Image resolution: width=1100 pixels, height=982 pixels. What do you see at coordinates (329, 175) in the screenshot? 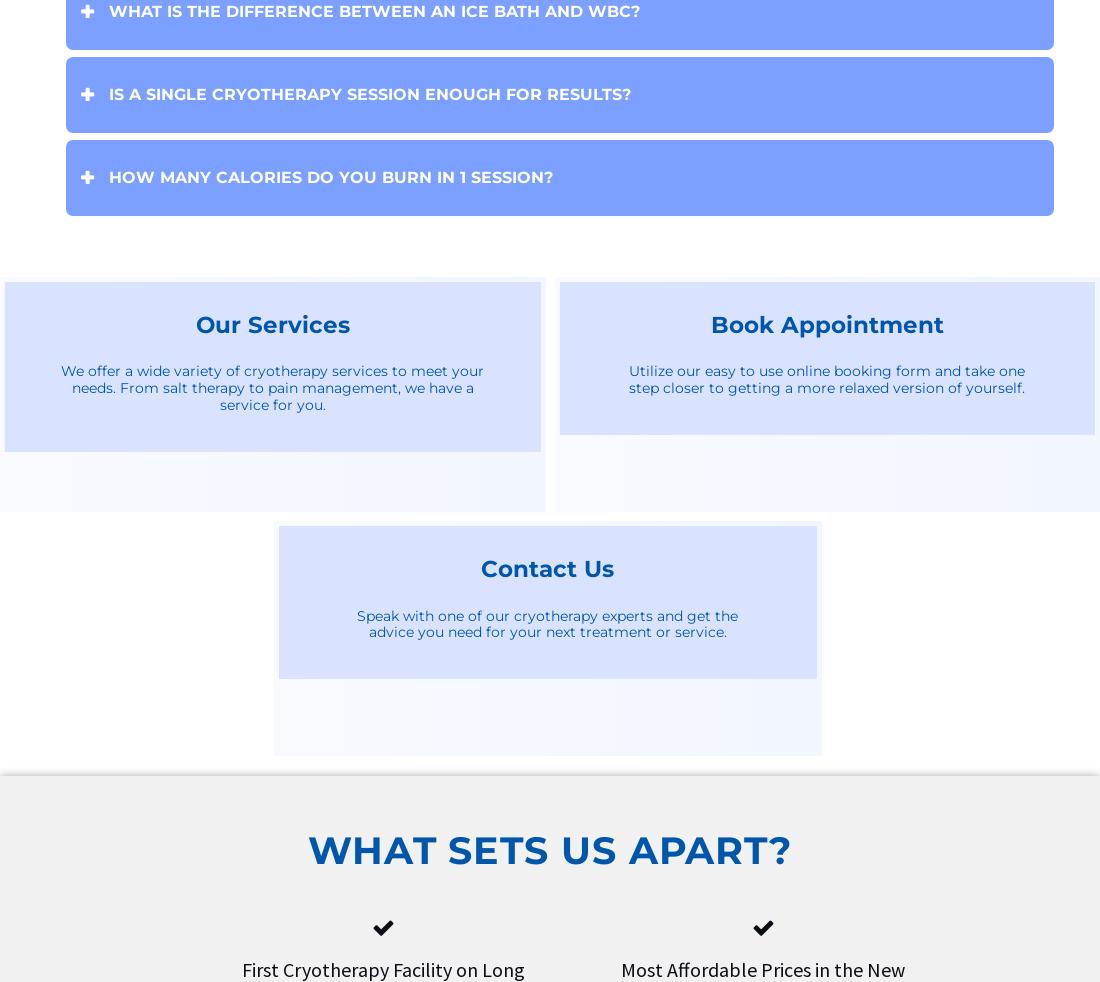
I see `'How many calories do you burn in 1 session?'` at bounding box center [329, 175].